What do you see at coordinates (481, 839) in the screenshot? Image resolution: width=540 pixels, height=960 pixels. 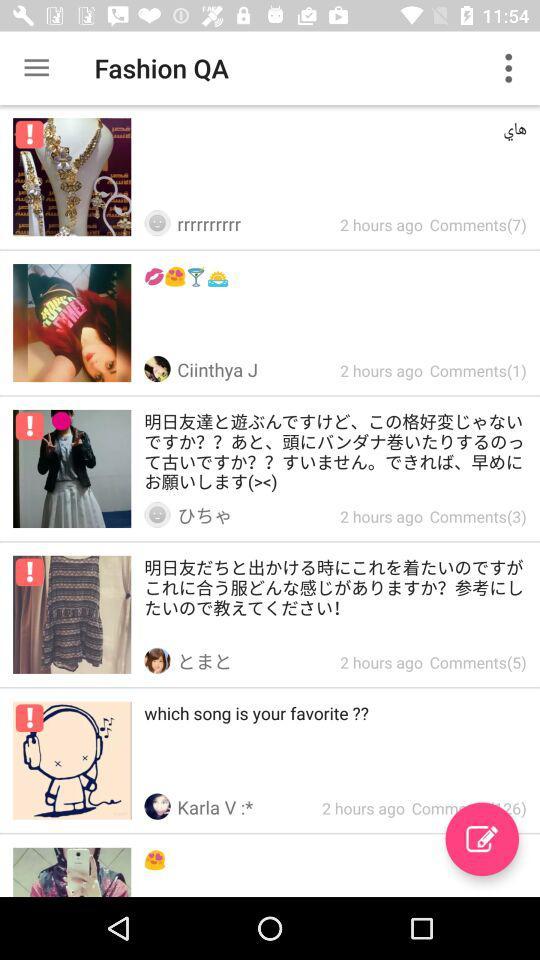 I see `the edit icon` at bounding box center [481, 839].